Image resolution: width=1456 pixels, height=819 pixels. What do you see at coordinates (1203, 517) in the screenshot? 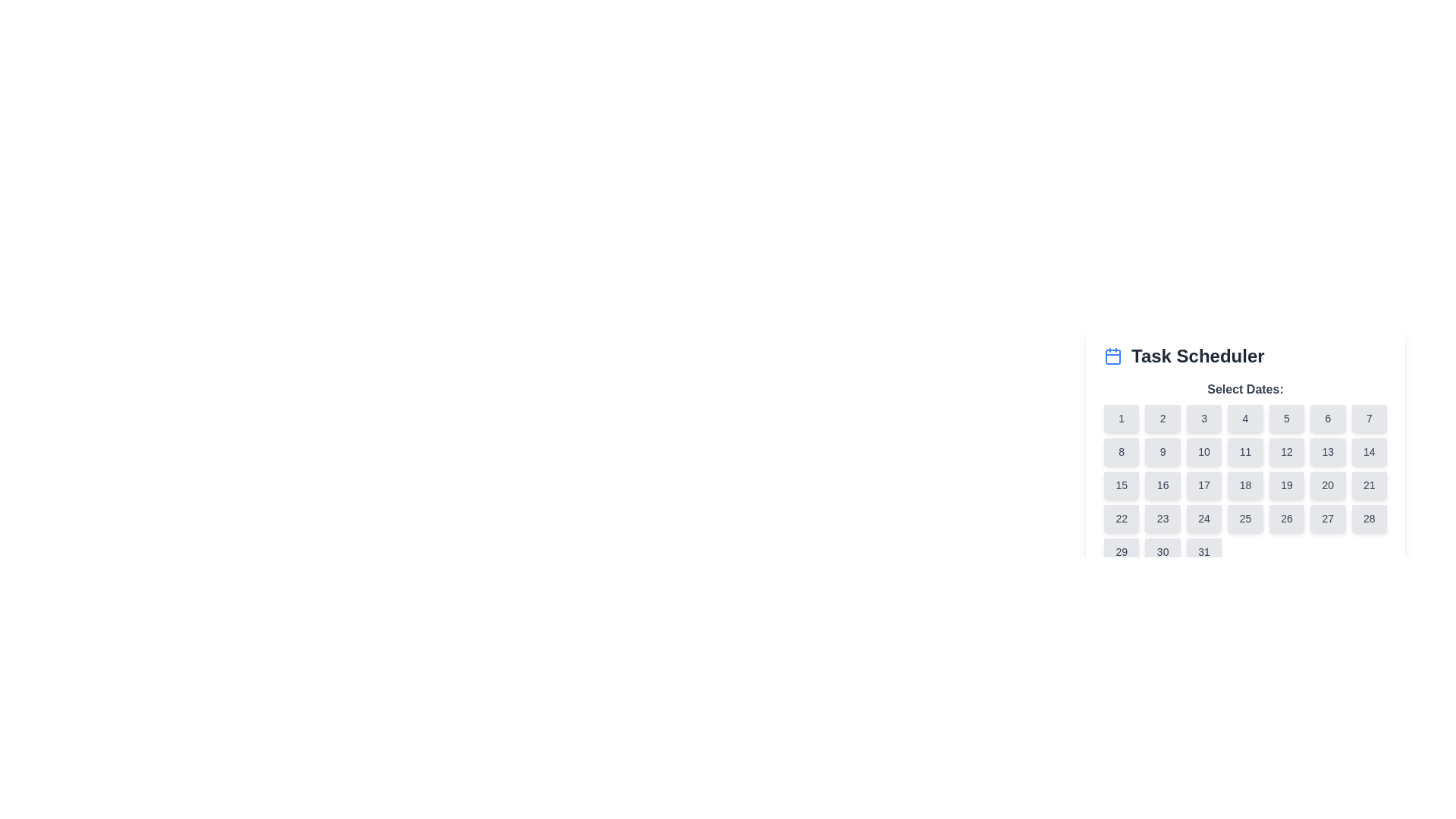
I see `the calendar day selection button for the 24th day located in the grid under 'Select Dates:' title` at bounding box center [1203, 517].